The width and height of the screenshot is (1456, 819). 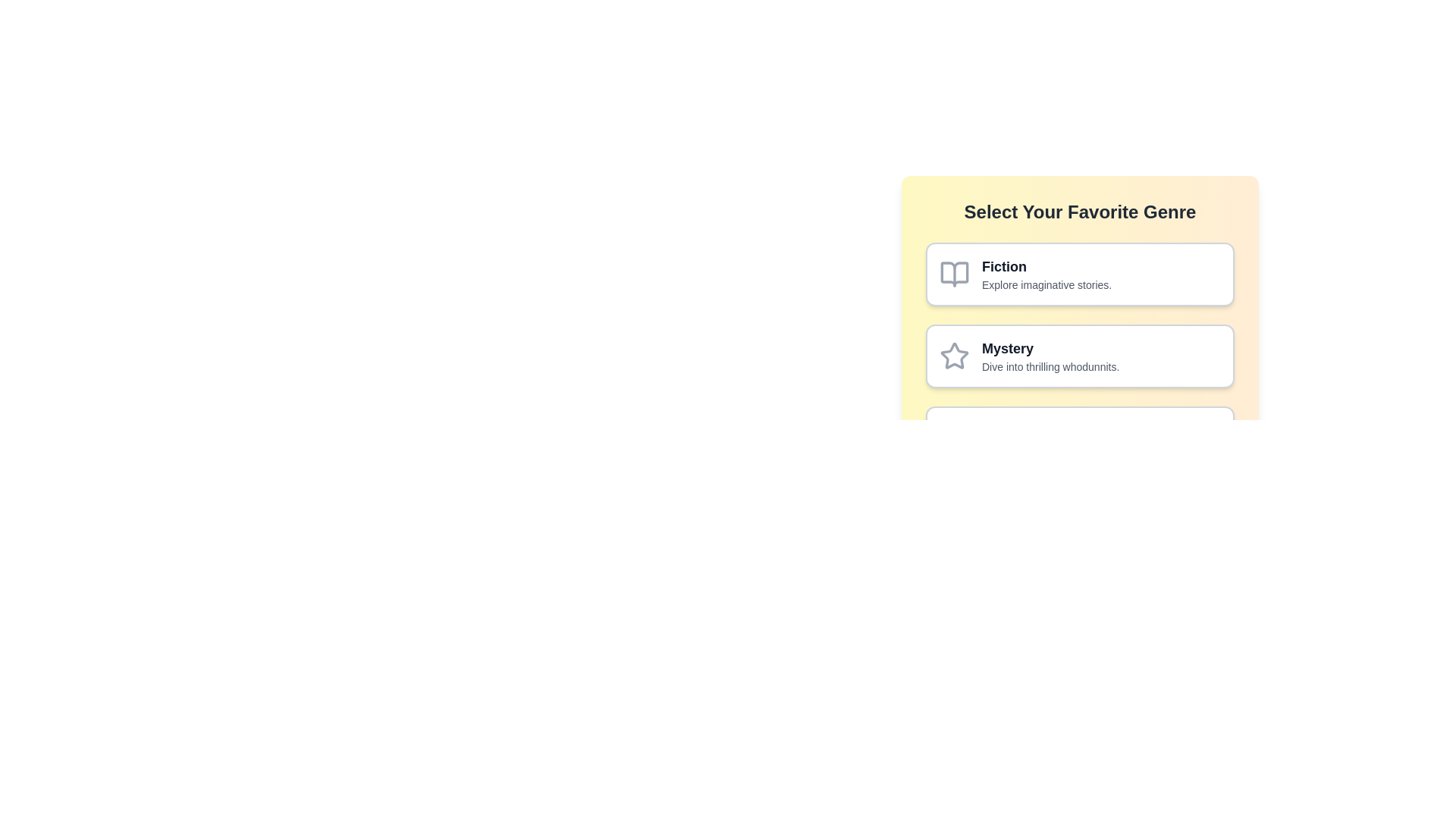 I want to click on the text label that reads 'Dive into thrilling whodunnits.' which is styled with a smaller, gray-colored font and positioned below the 'Mystery' title within a selectable genre option area, so click(x=1050, y=366).